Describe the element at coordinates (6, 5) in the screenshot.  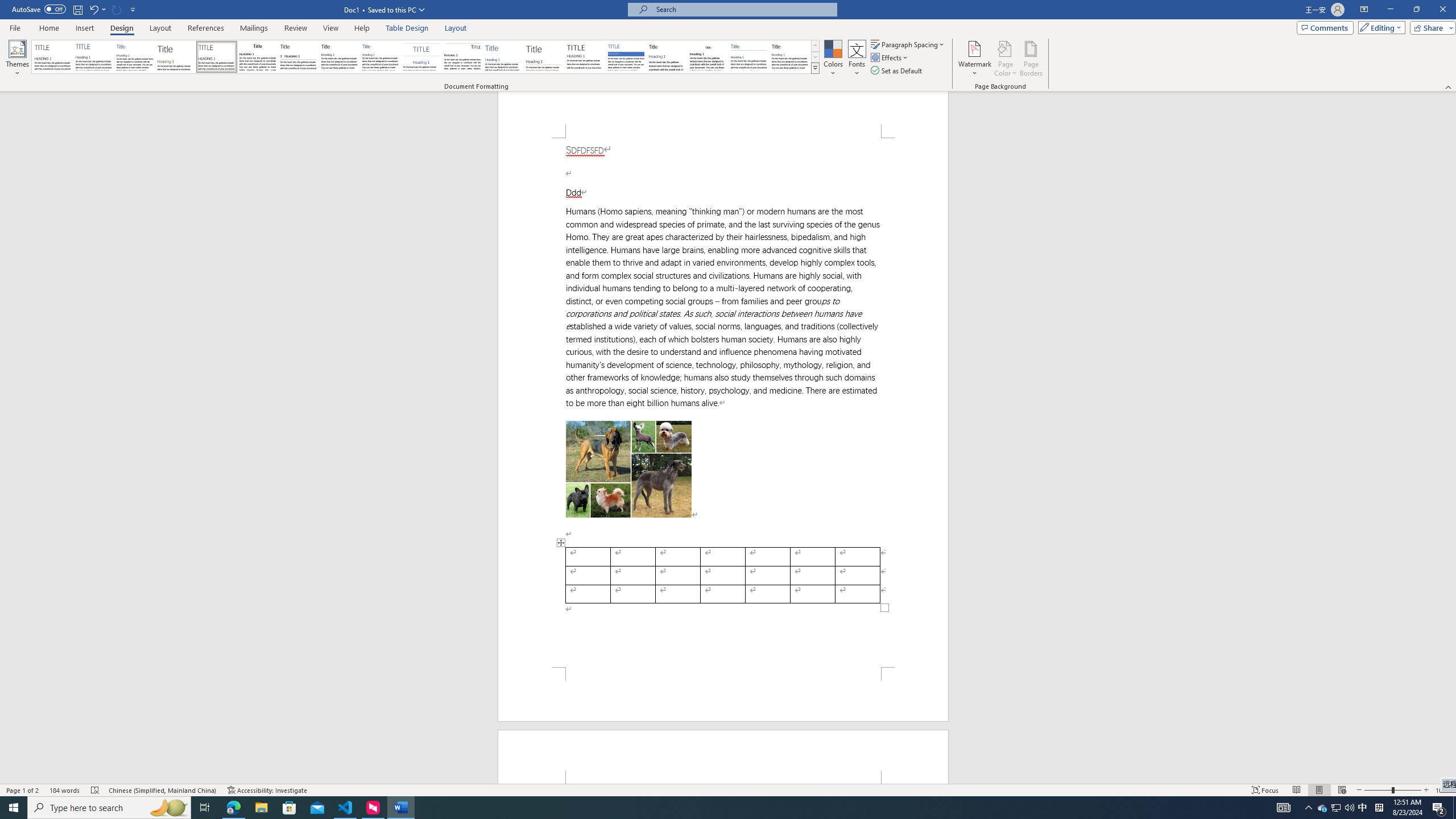
I see `'System'` at that location.